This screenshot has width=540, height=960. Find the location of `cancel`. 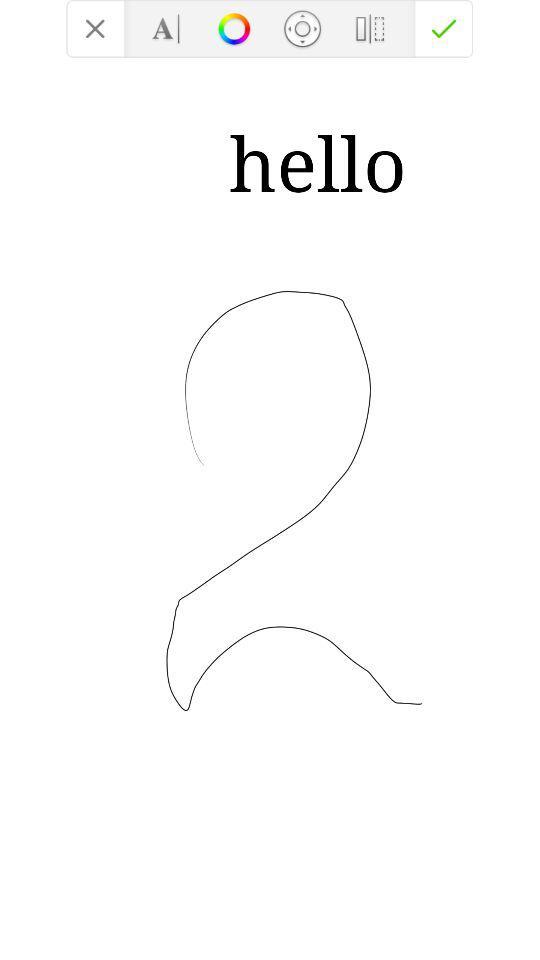

cancel is located at coordinates (94, 27).